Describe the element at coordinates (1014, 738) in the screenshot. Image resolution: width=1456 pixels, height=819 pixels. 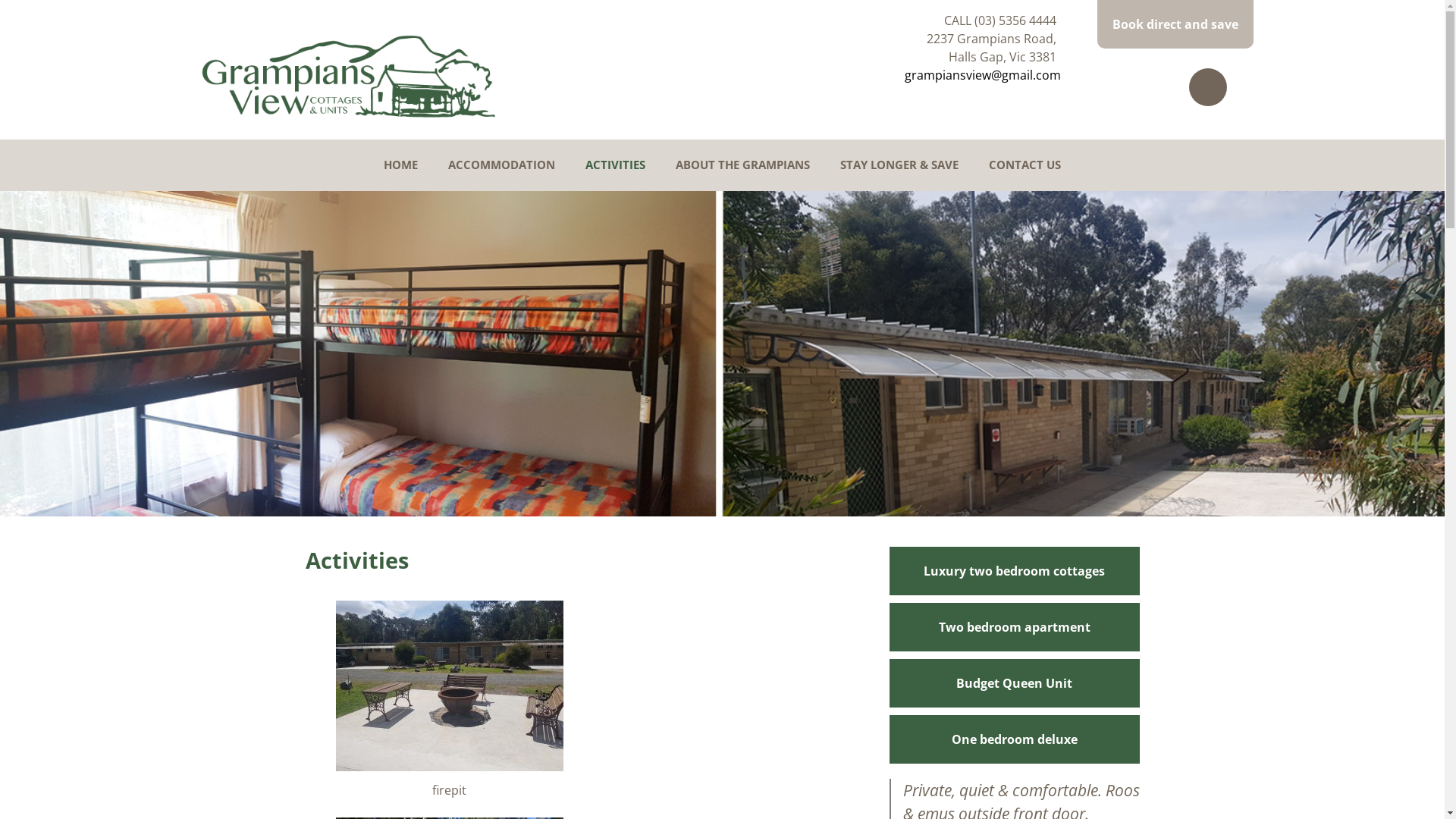
I see `'One bedroom deluxe'` at that location.